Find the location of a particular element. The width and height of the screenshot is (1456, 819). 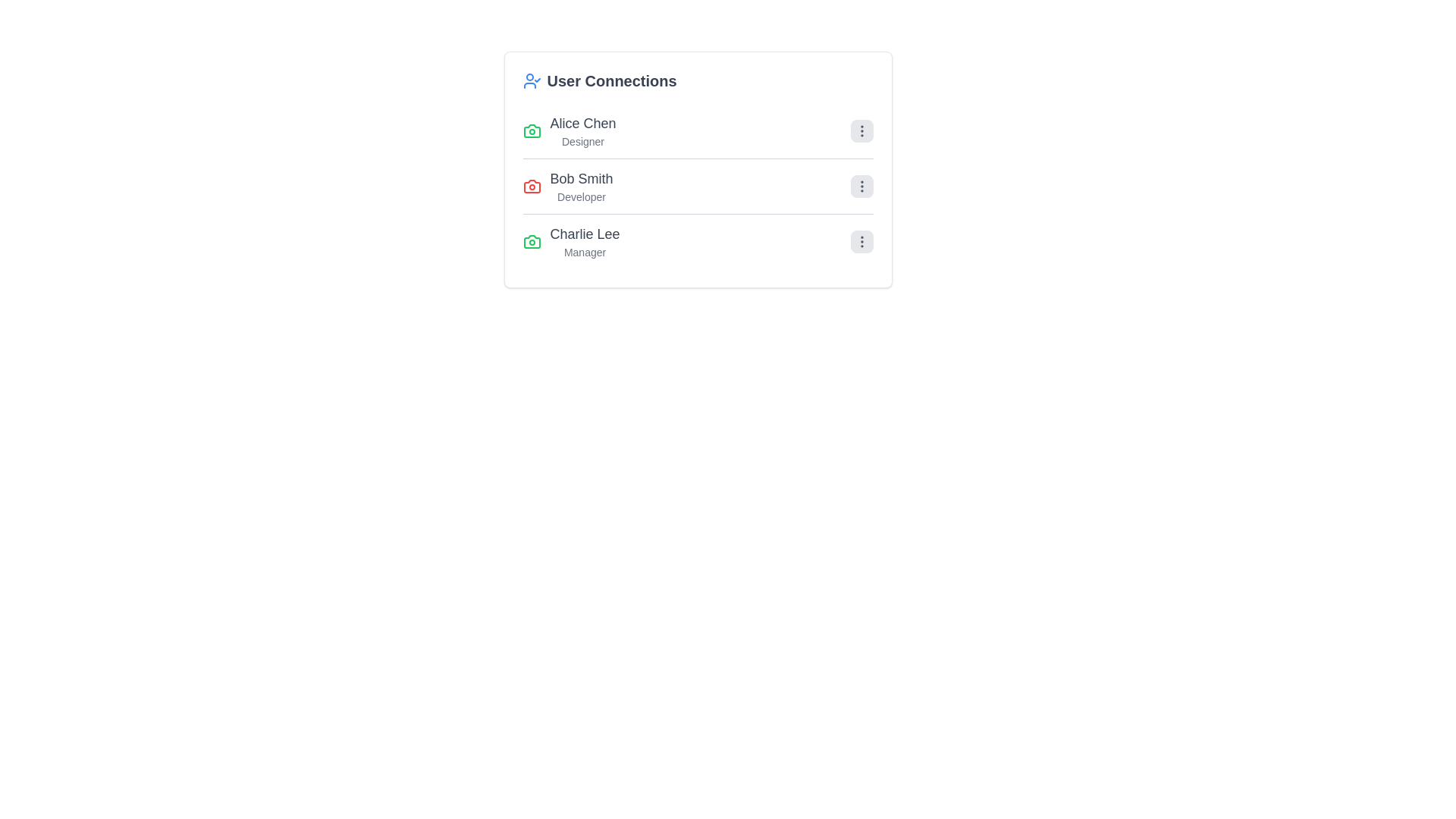

the text label displaying the name 'Charlie Lee', which is the third listed user in the vertical list, located above the subtitle 'Manager' is located at coordinates (584, 234).